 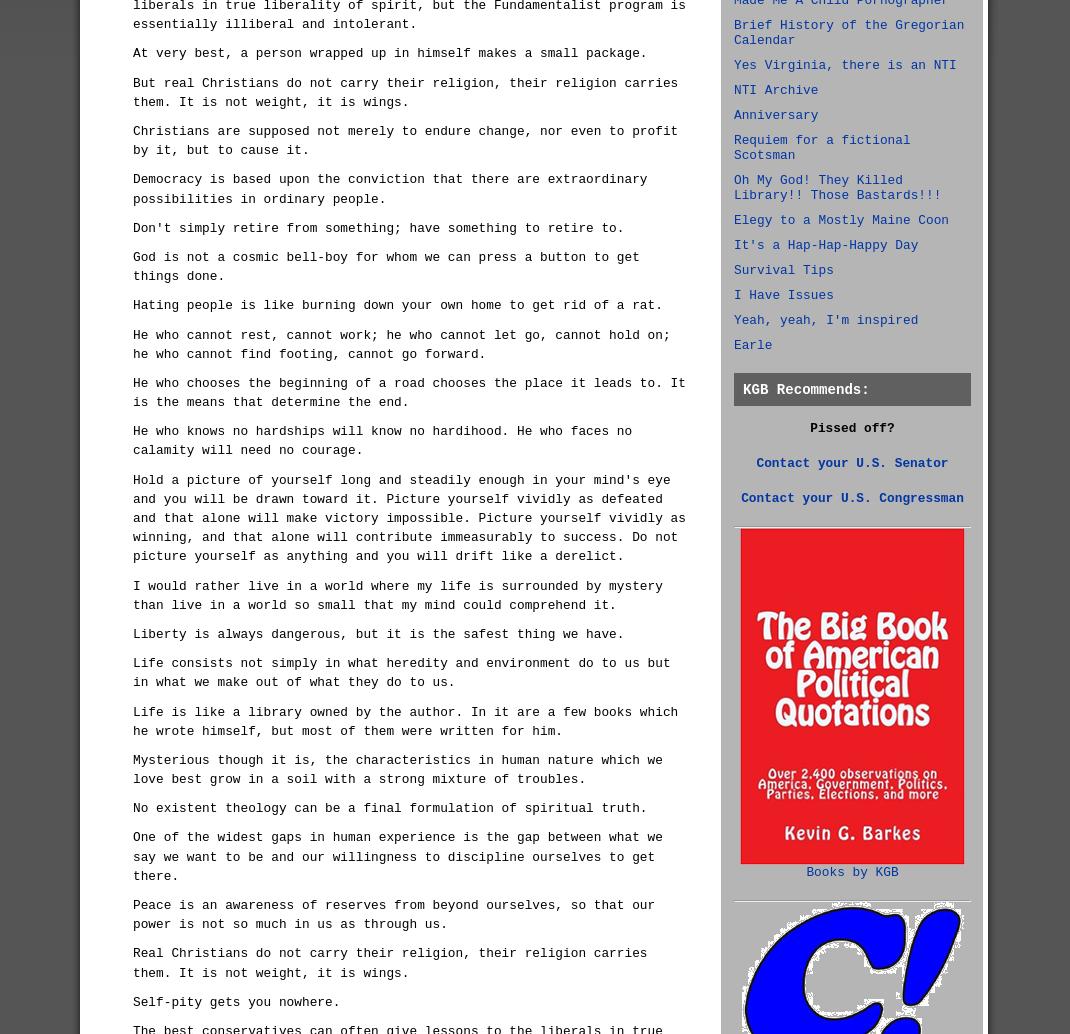 What do you see at coordinates (400, 673) in the screenshot?
I see `'Life consists not simply in what heredity and environment do to us but 
      in what we make out of what they do to us.'` at bounding box center [400, 673].